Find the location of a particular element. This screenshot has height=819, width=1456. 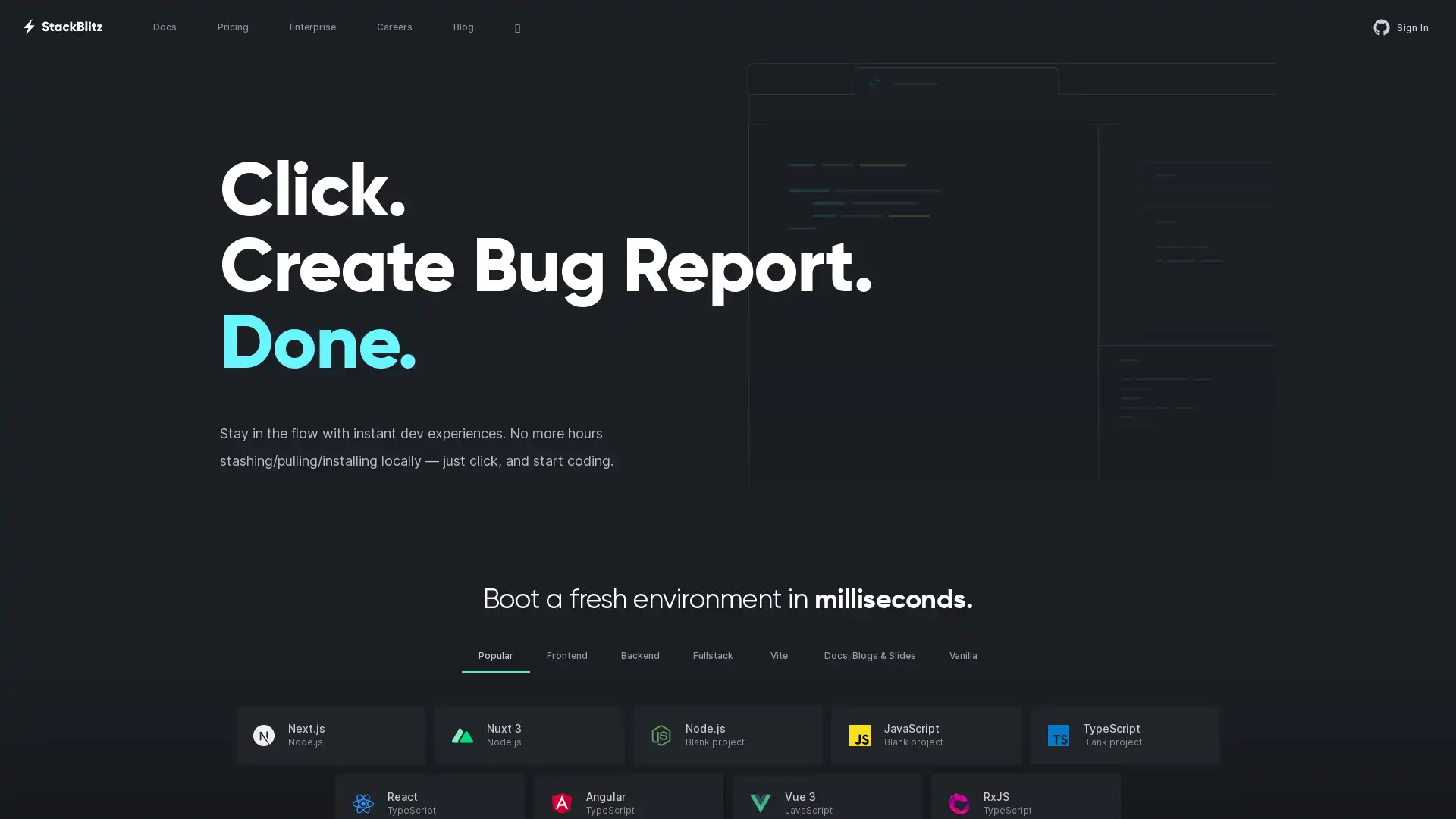

Popular is located at coordinates (495, 654).